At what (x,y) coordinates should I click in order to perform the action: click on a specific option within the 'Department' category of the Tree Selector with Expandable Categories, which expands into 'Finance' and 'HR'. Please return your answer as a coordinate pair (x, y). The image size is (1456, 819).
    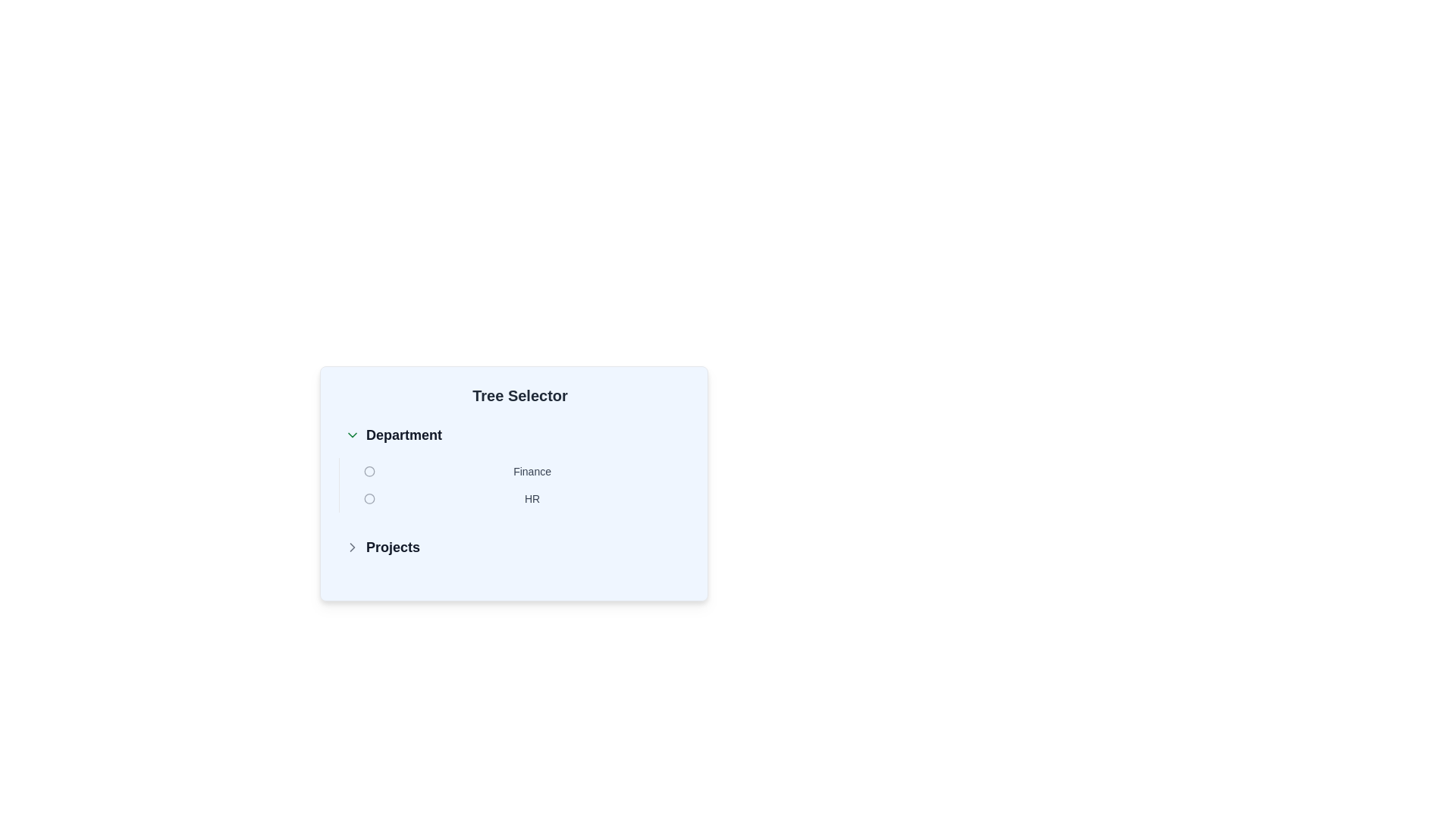
    Looking at the image, I should click on (513, 491).